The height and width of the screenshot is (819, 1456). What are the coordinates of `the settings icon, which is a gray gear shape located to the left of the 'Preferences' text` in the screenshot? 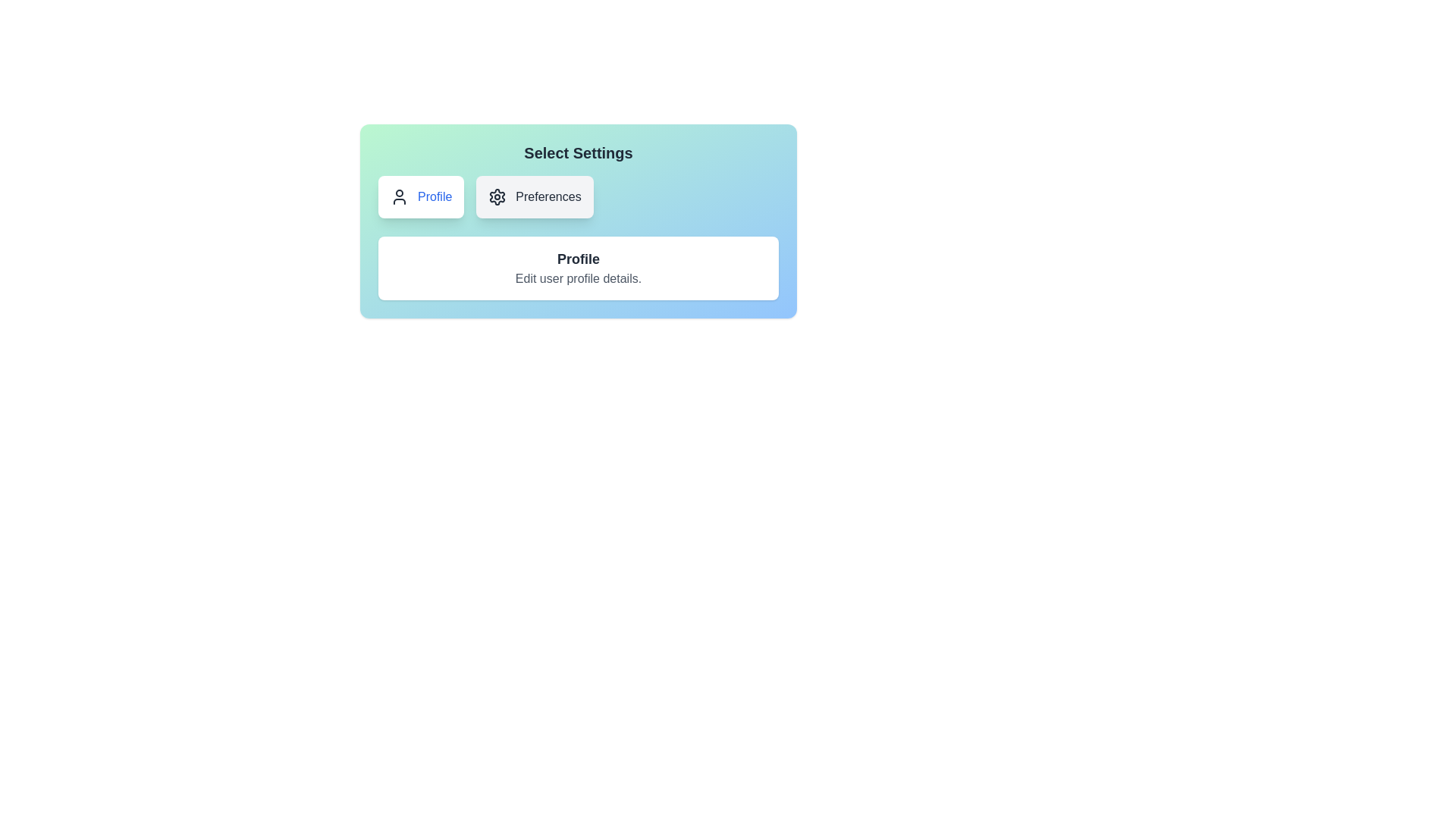 It's located at (497, 196).